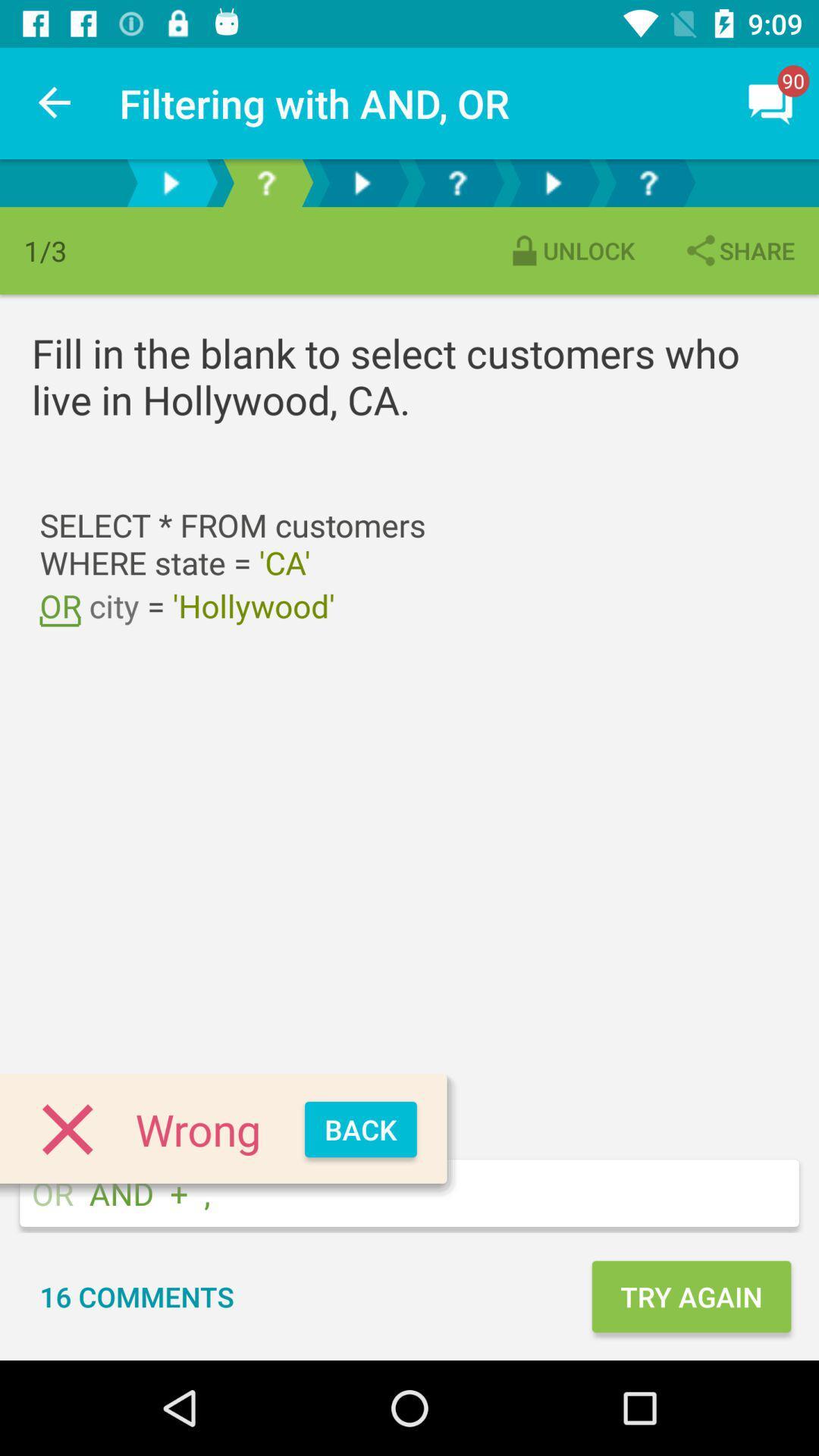 The image size is (819, 1456). I want to click on ask questions, so click(648, 182).